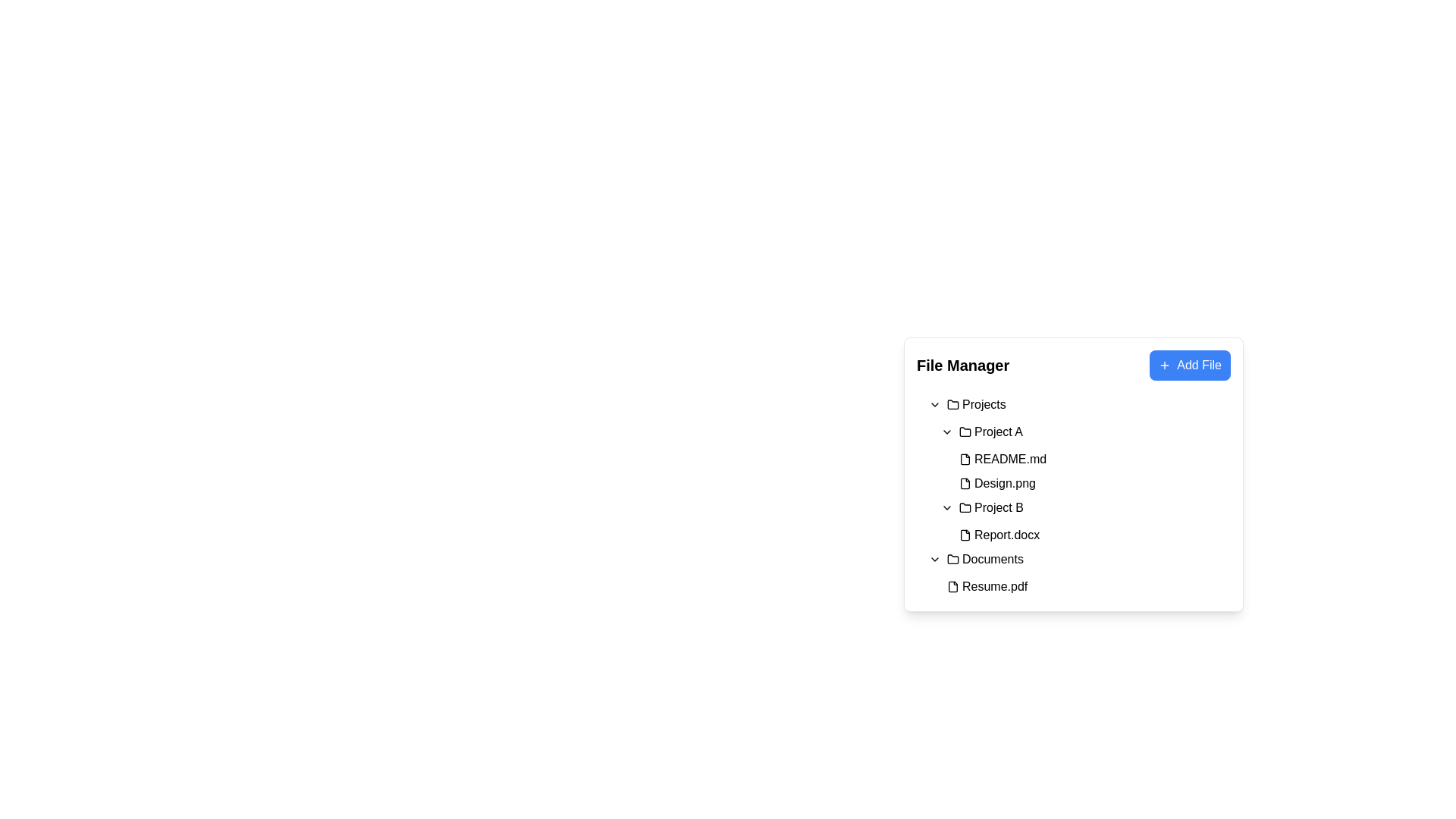 The width and height of the screenshot is (1456, 819). Describe the element at coordinates (964, 534) in the screenshot. I see `the document file icon associated with 'Report.docx' located in the 'Projects' section of the 'File Manager' sidebar interface` at that location.